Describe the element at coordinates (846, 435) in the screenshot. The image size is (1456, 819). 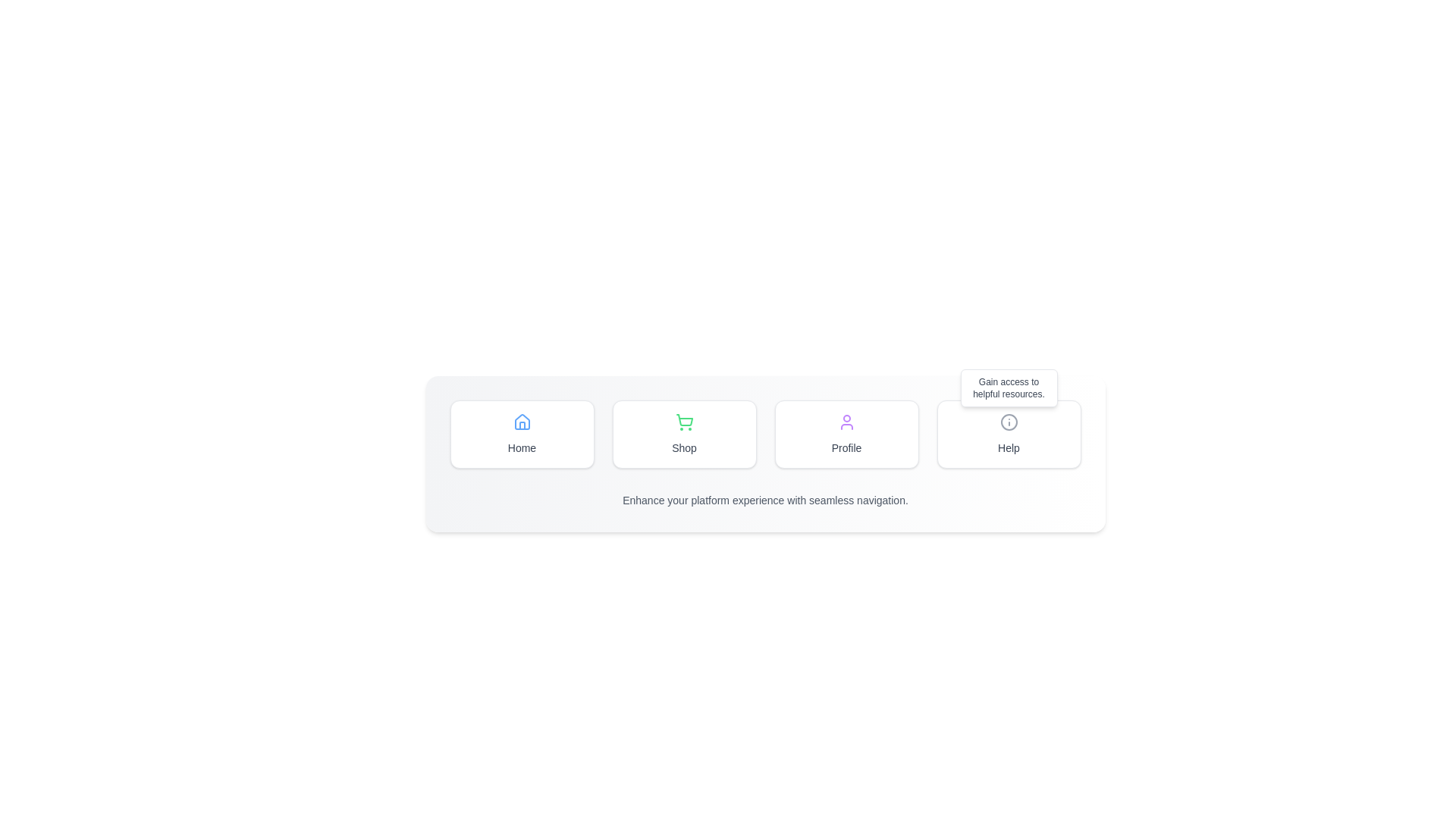
I see `the 'Profile' button-like card element in the navigation menu to trigger visual changes such as a border highlight` at that location.